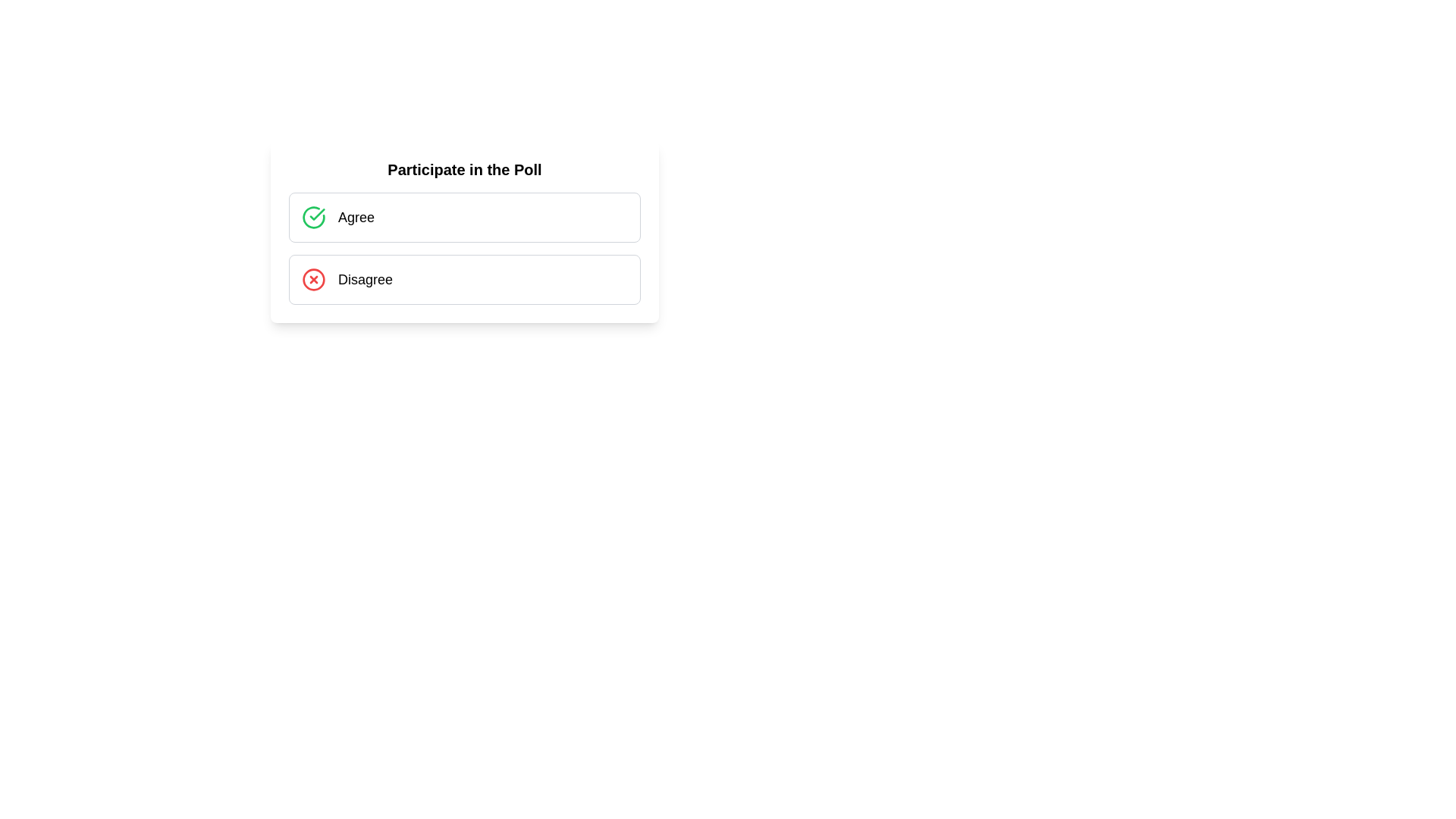  What do you see at coordinates (464, 217) in the screenshot?
I see `the first selectable option in the vertically stacked group, which allows users to choose this option in response to a prompt` at bounding box center [464, 217].